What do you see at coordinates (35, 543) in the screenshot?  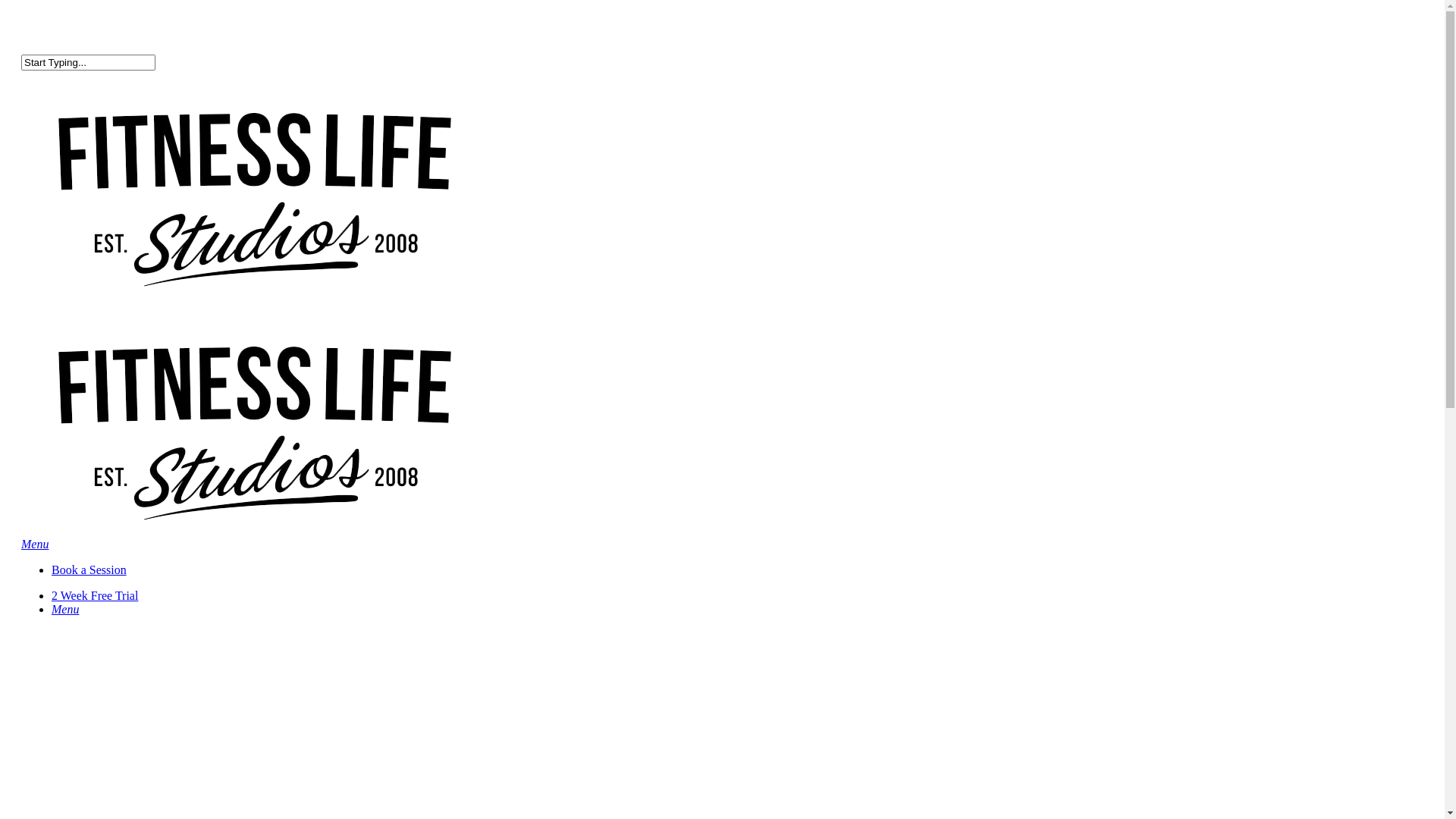 I see `'Menu'` at bounding box center [35, 543].